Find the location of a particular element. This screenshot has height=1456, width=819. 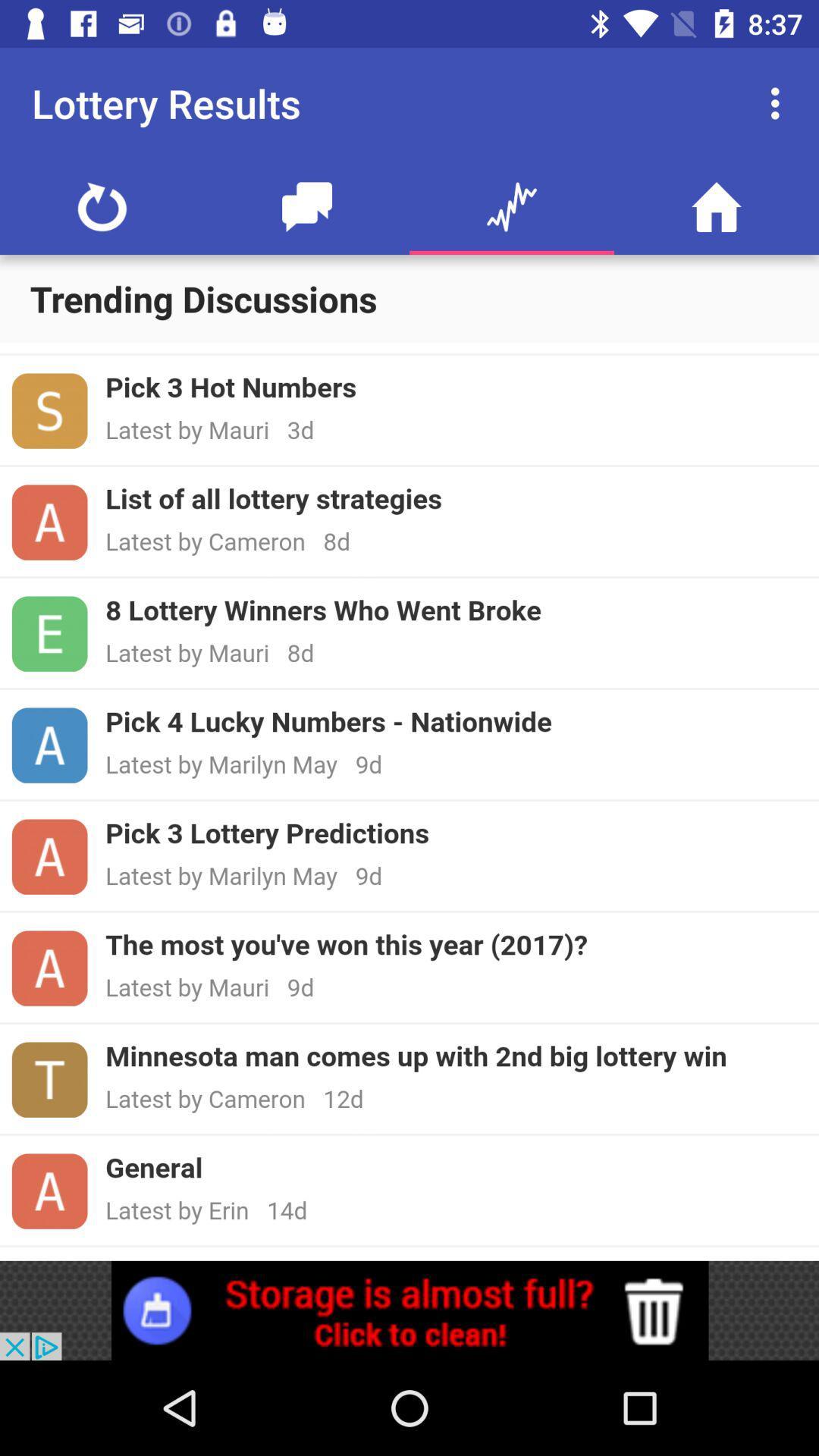

click advertisement is located at coordinates (409, 1310).